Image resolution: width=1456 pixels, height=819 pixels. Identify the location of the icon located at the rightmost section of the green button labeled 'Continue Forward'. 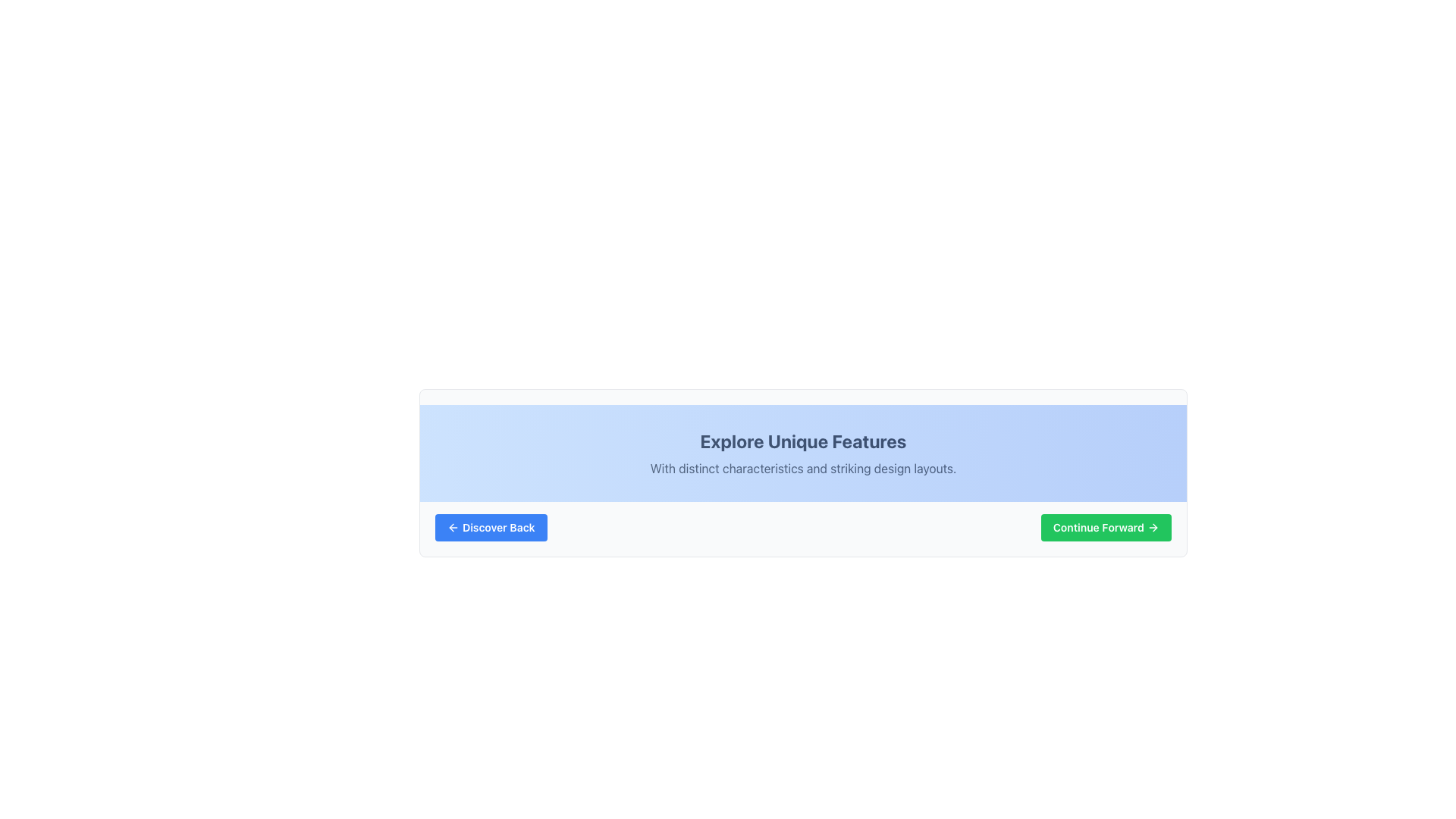
(1153, 526).